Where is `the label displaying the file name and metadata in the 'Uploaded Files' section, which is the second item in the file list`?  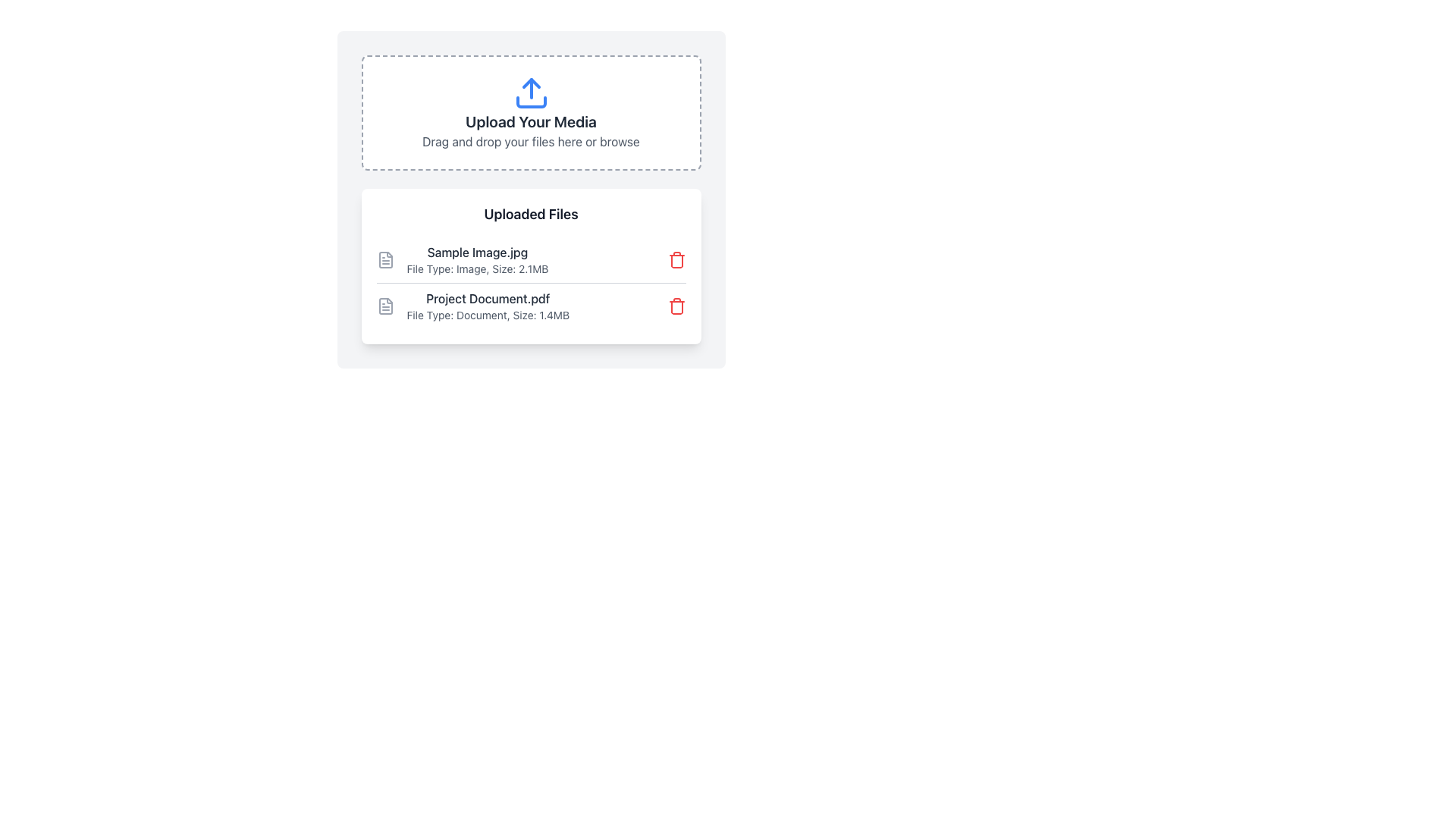 the label displaying the file name and metadata in the 'Uploaded Files' section, which is the second item in the file list is located at coordinates (488, 306).